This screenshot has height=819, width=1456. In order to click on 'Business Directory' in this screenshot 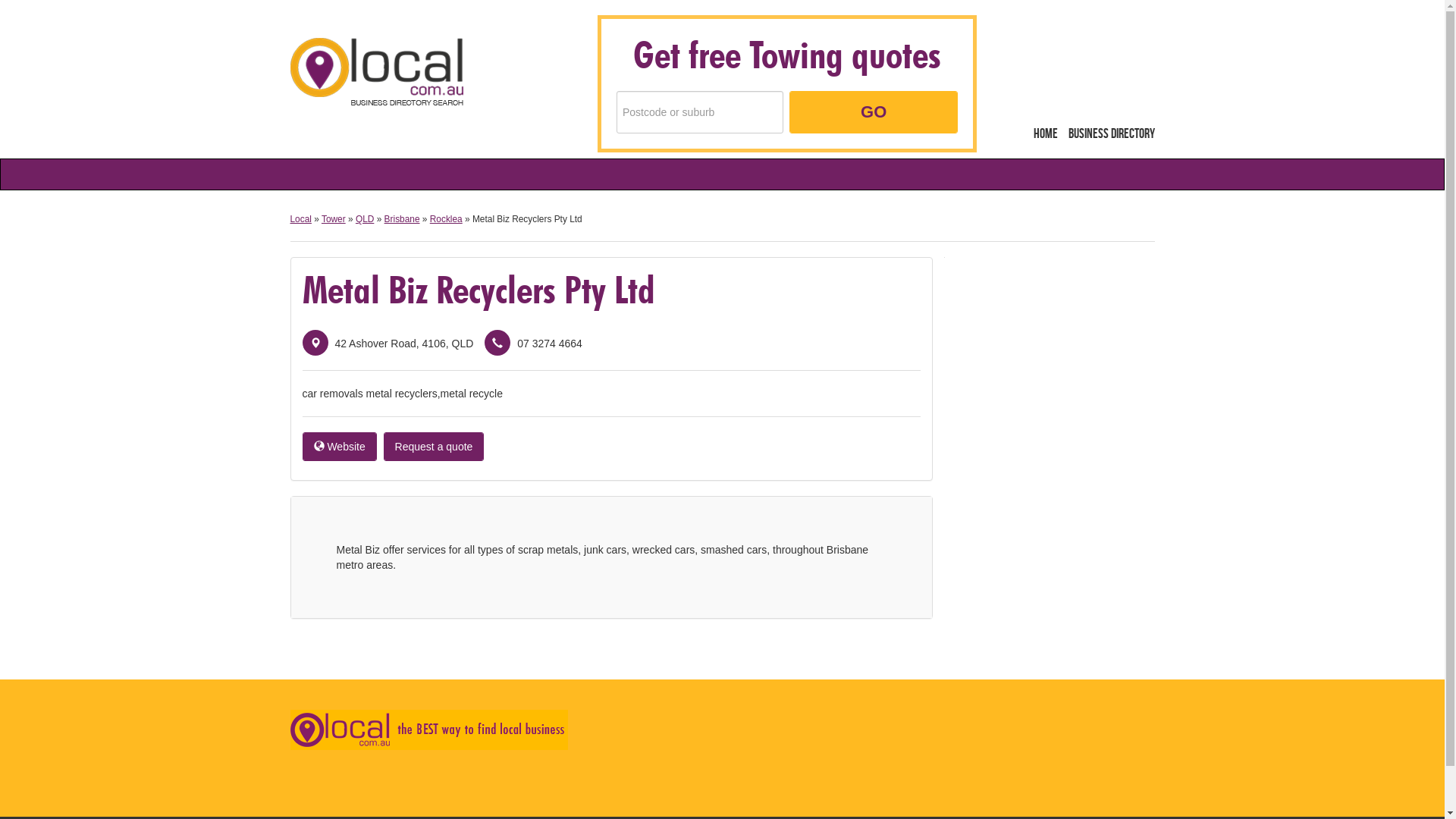, I will do `click(1110, 133)`.